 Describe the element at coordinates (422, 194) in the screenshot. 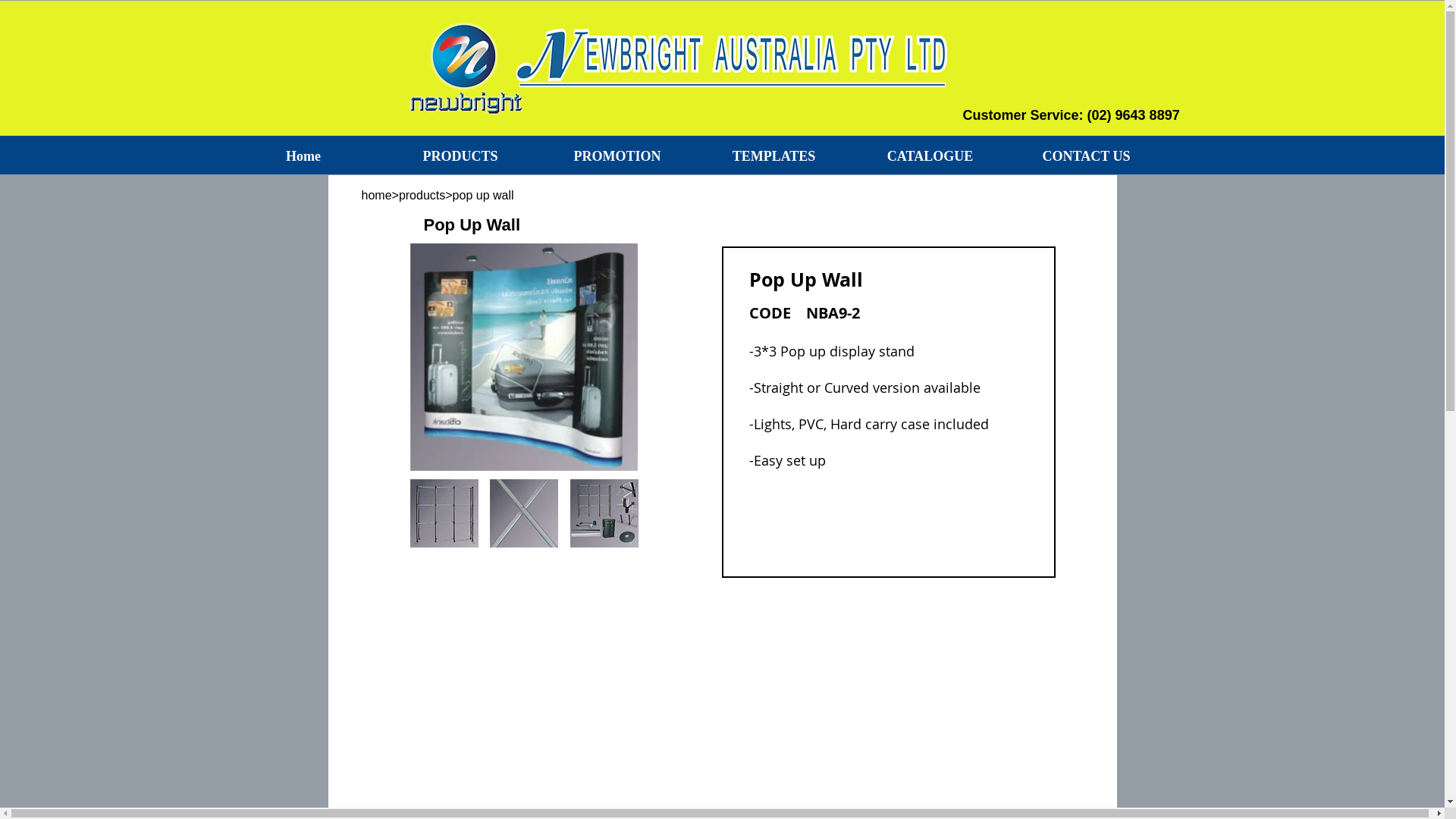

I see `'products'` at that location.